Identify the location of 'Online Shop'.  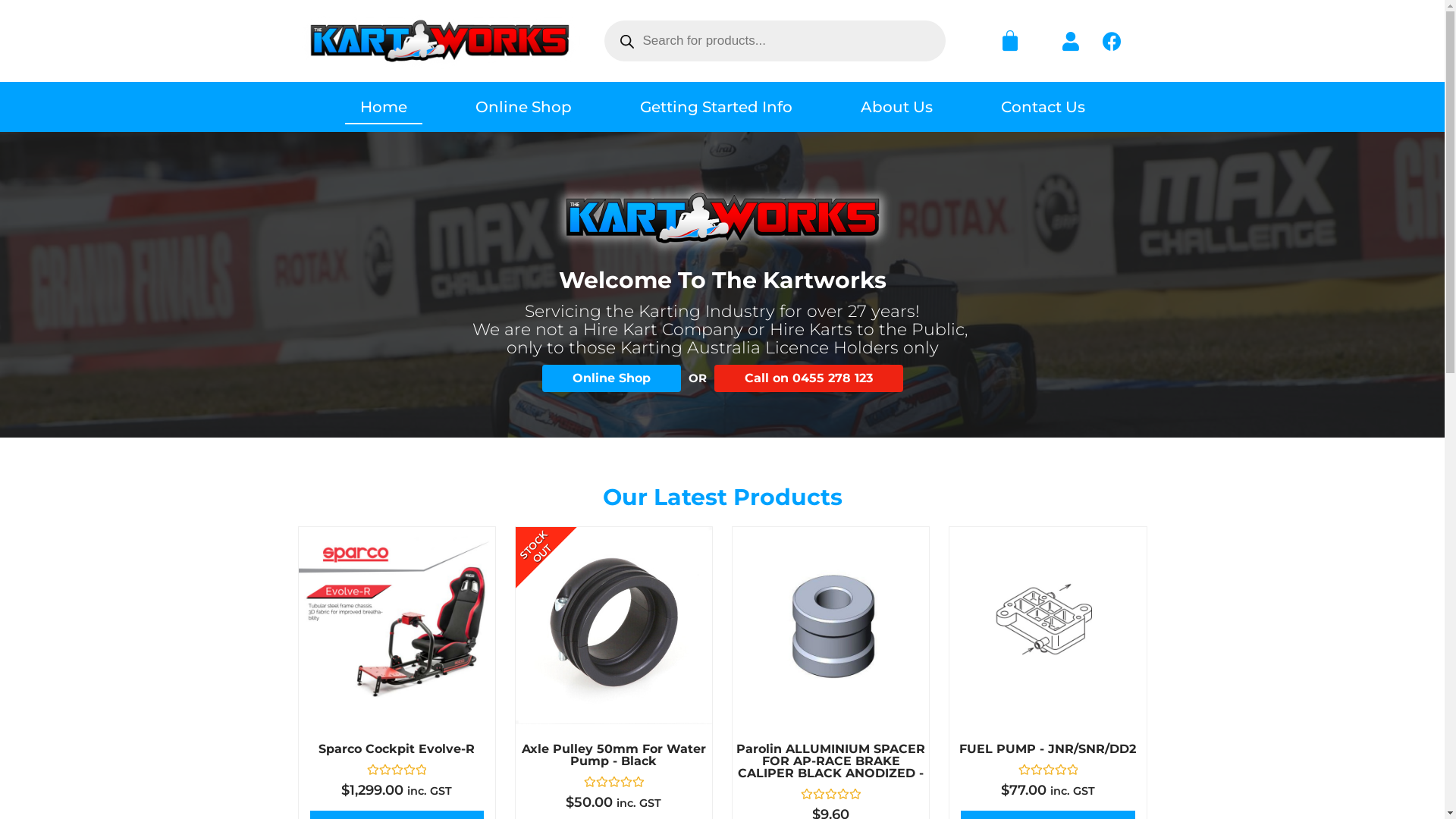
(610, 377).